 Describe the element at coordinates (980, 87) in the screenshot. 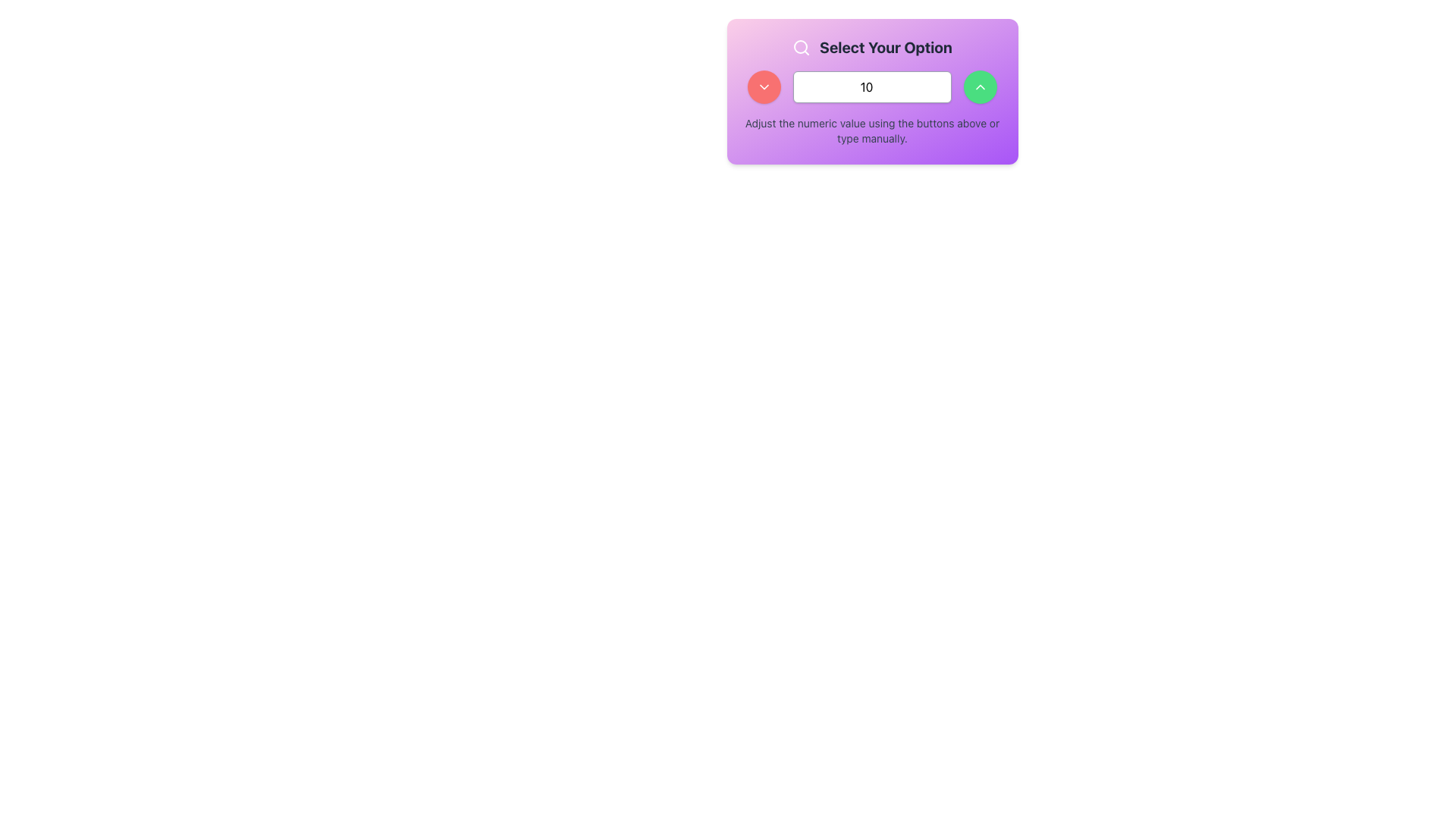

I see `the button that increases the numeric value in the adjacent input field, located in the far-right position of a horizontal layout group` at that location.